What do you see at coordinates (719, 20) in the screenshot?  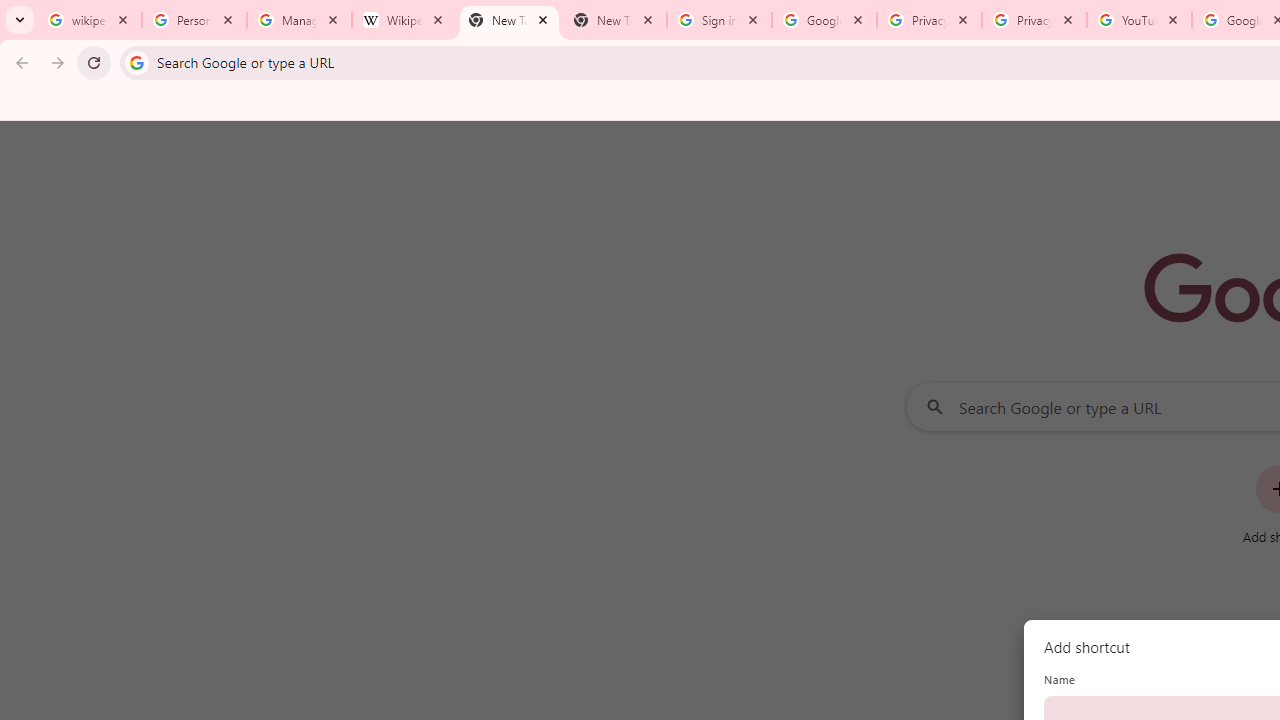 I see `'Sign in - Google Accounts'` at bounding box center [719, 20].